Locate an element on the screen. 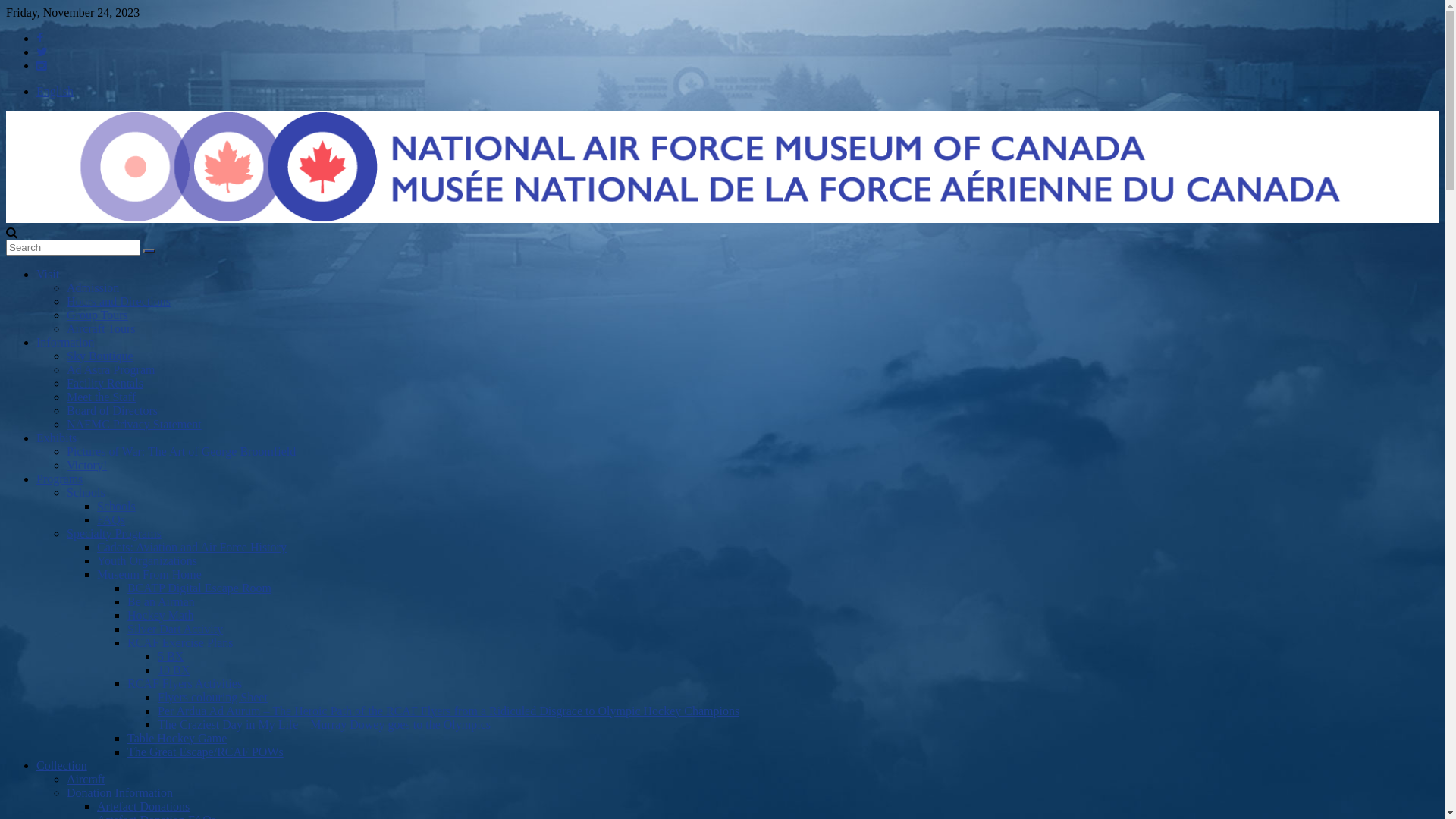  'The Great Escape/RCAF POWs' is located at coordinates (204, 752).